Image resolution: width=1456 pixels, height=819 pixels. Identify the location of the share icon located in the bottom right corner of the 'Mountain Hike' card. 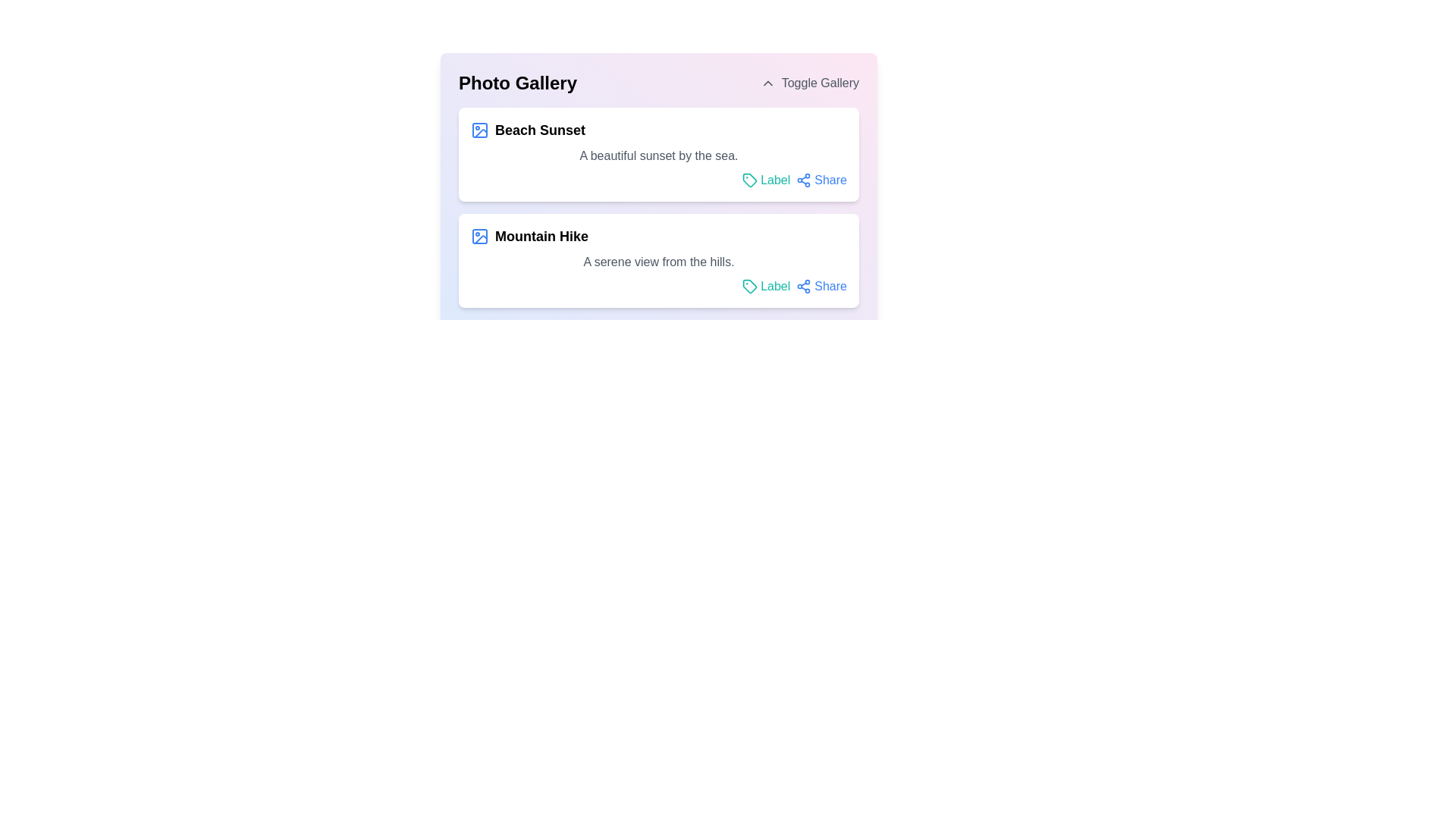
(803, 287).